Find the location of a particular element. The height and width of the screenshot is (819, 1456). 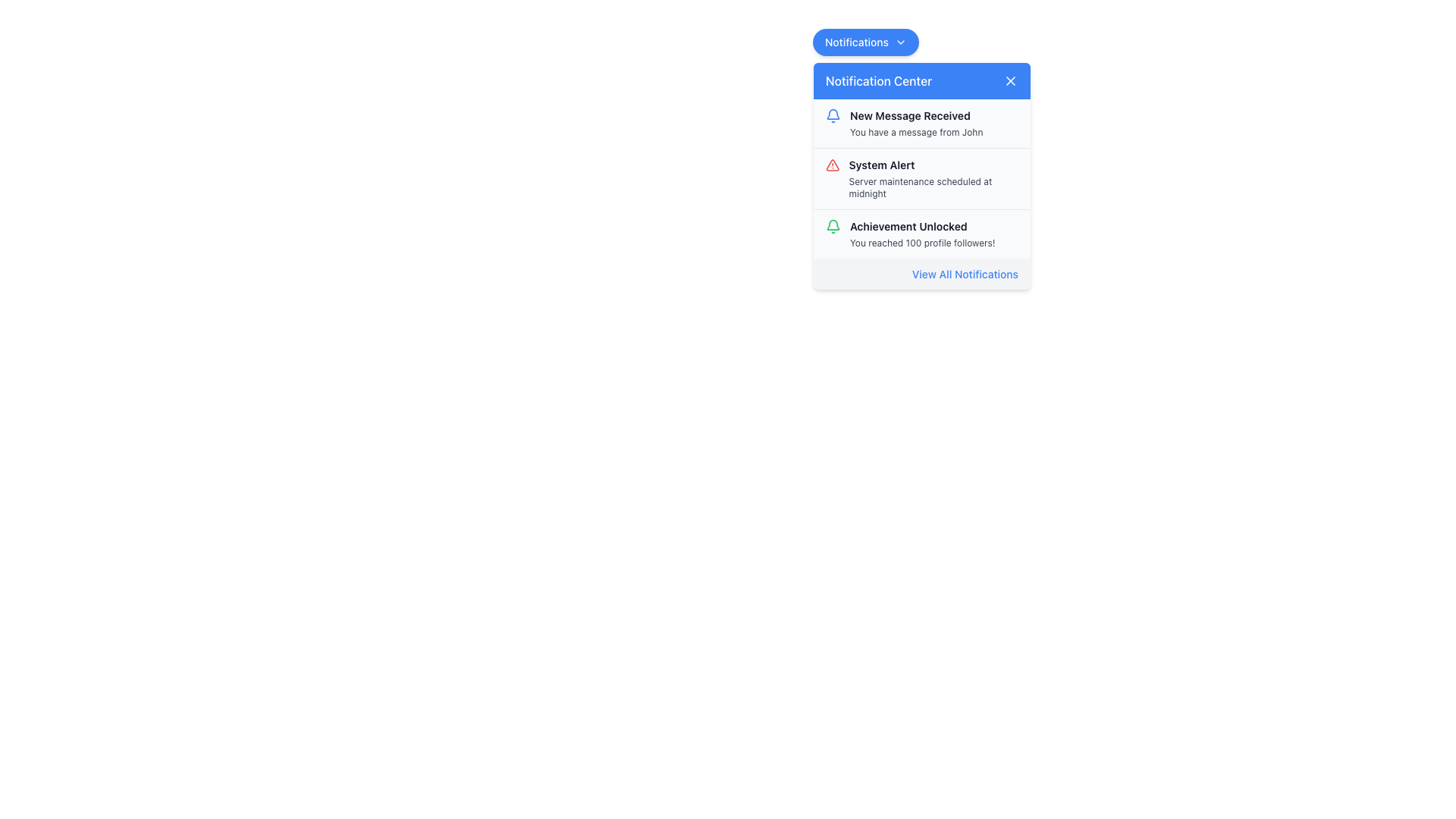

the title text label of the first notification item in the notification panel, which provides a summary of the notification content is located at coordinates (915, 115).